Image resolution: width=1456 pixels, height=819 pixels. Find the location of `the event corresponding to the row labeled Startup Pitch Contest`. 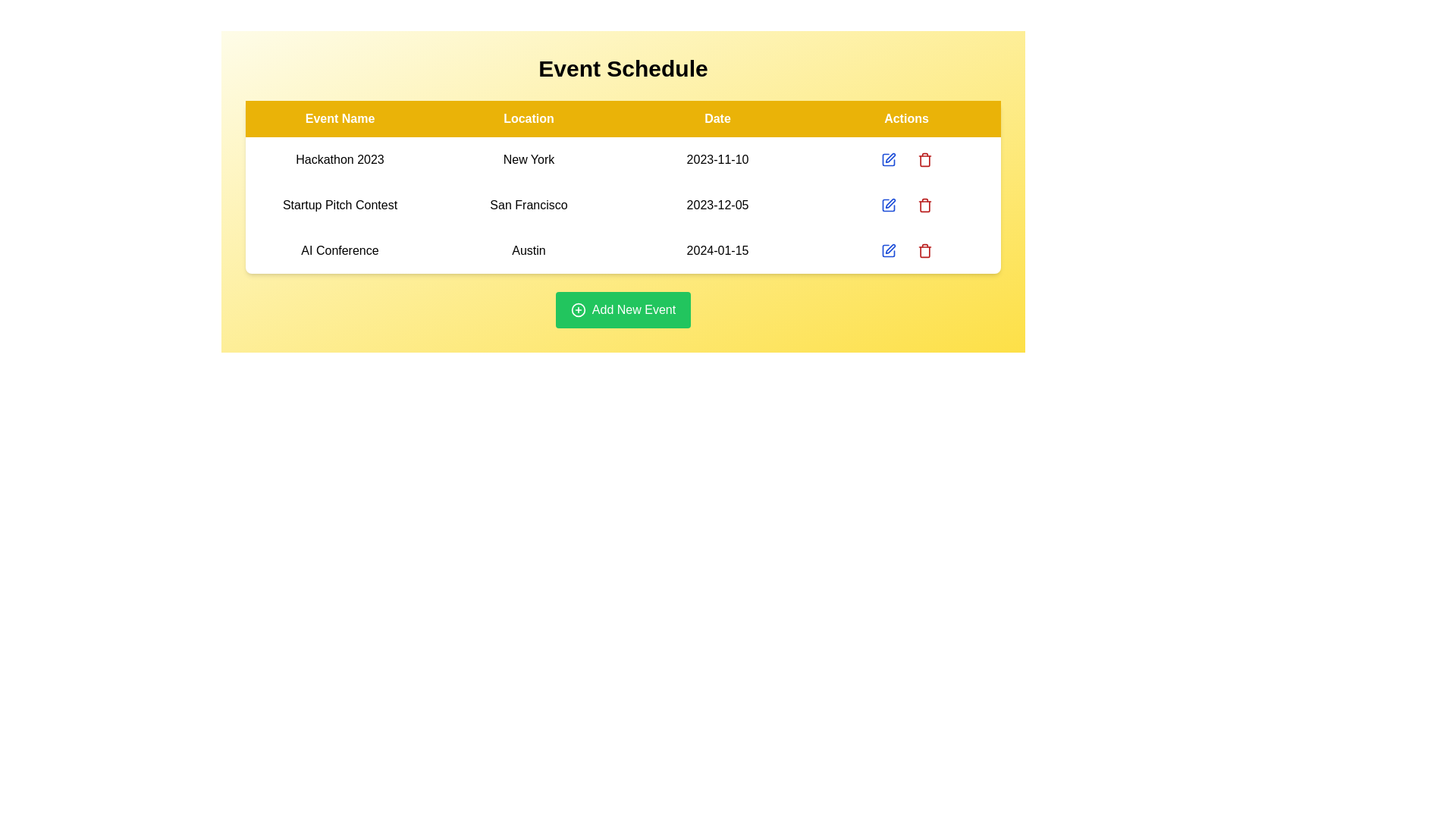

the event corresponding to the row labeled Startup Pitch Contest is located at coordinates (924, 205).